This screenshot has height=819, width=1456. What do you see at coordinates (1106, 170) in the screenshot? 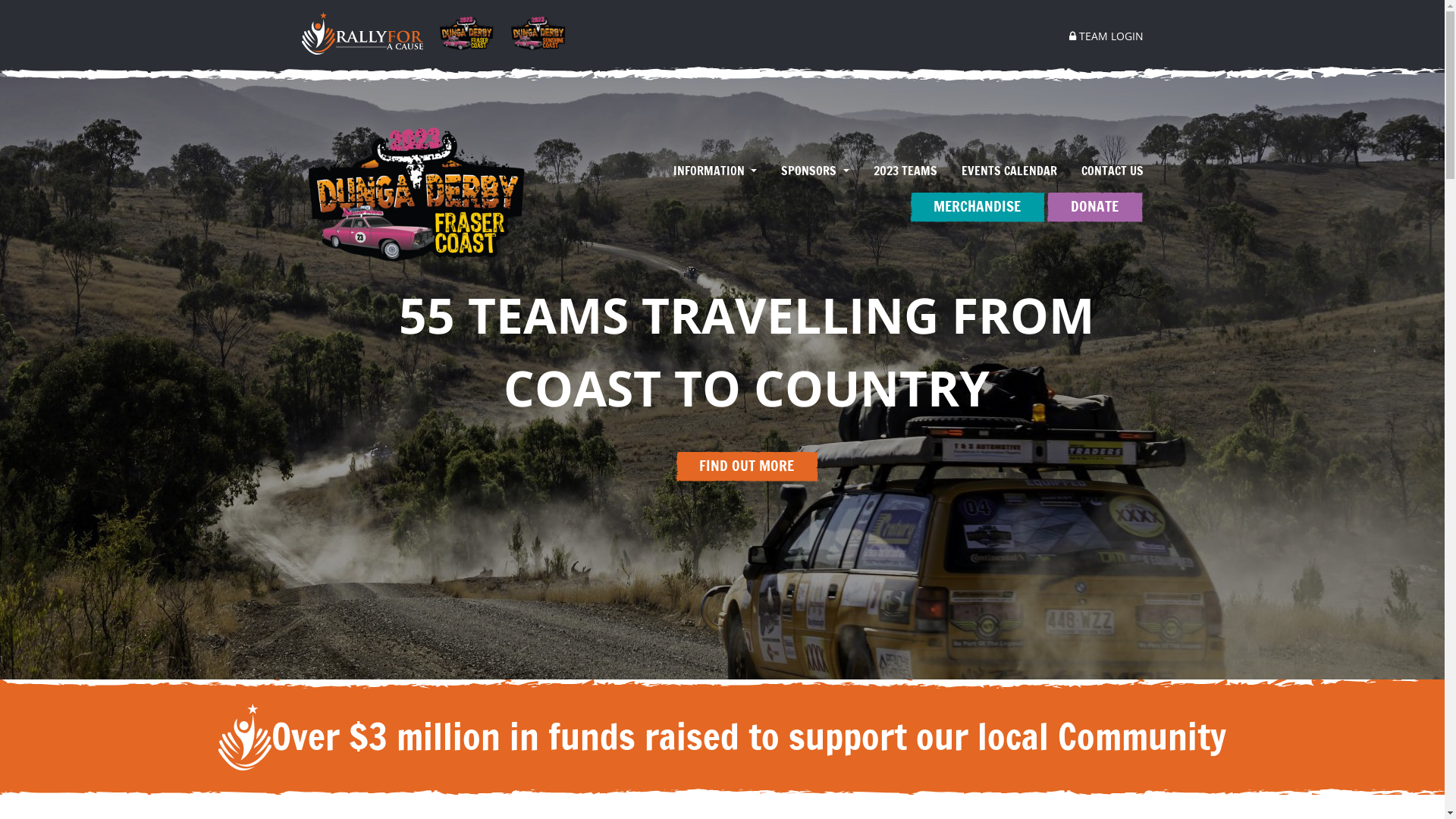
I see `'CONTACT US'` at bounding box center [1106, 170].